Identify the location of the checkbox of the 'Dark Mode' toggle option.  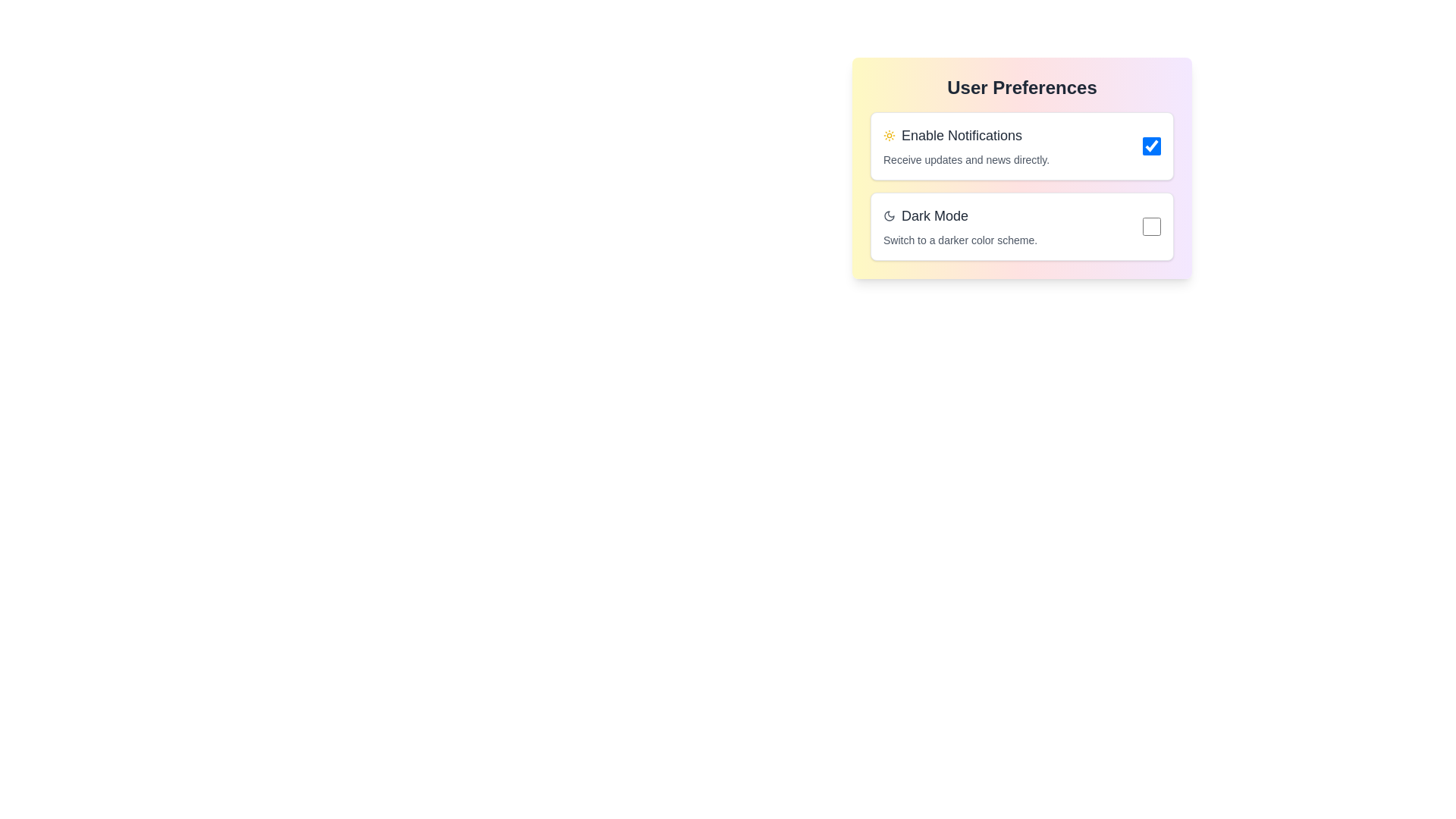
(1022, 227).